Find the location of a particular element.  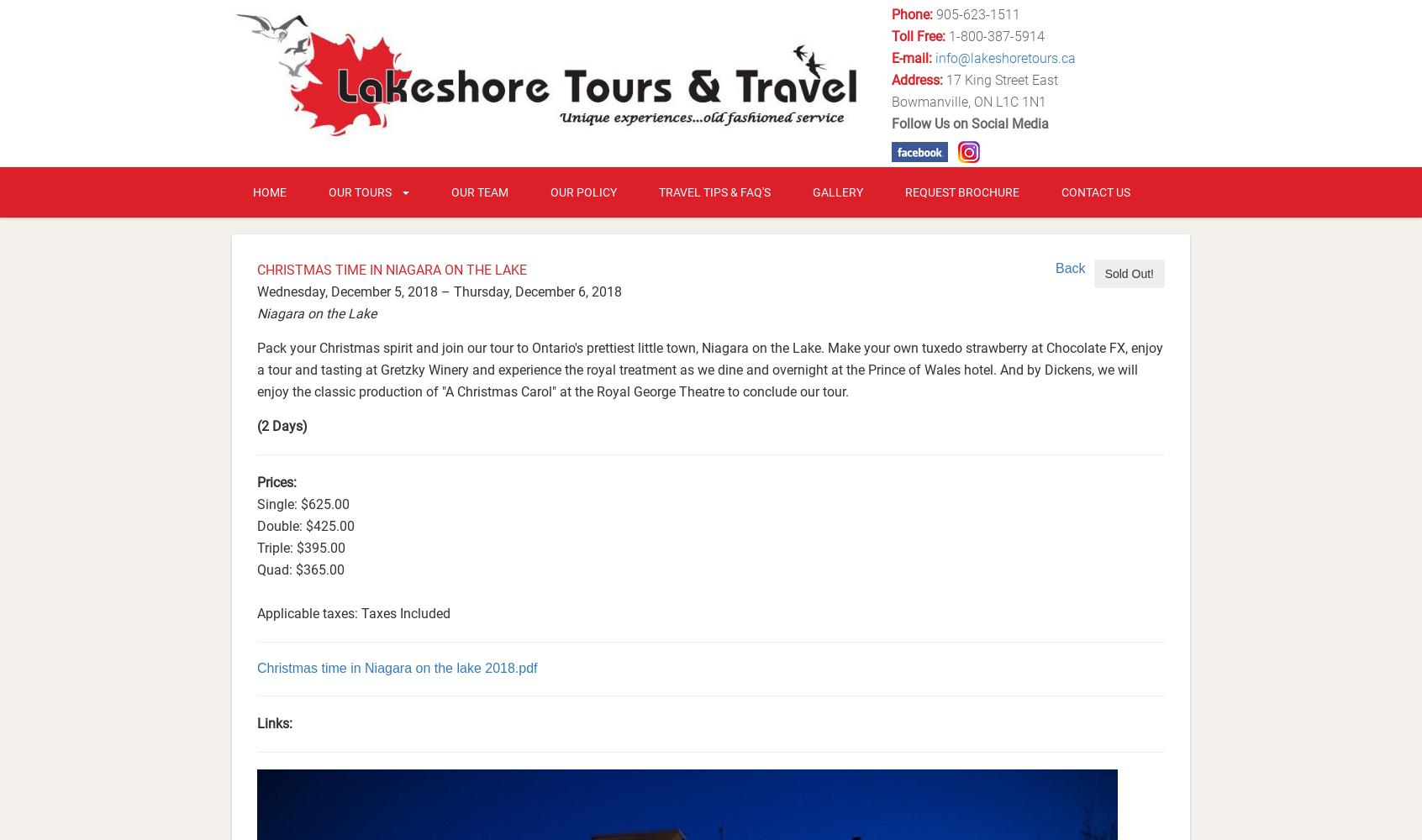

'Our Team' is located at coordinates (479, 191).